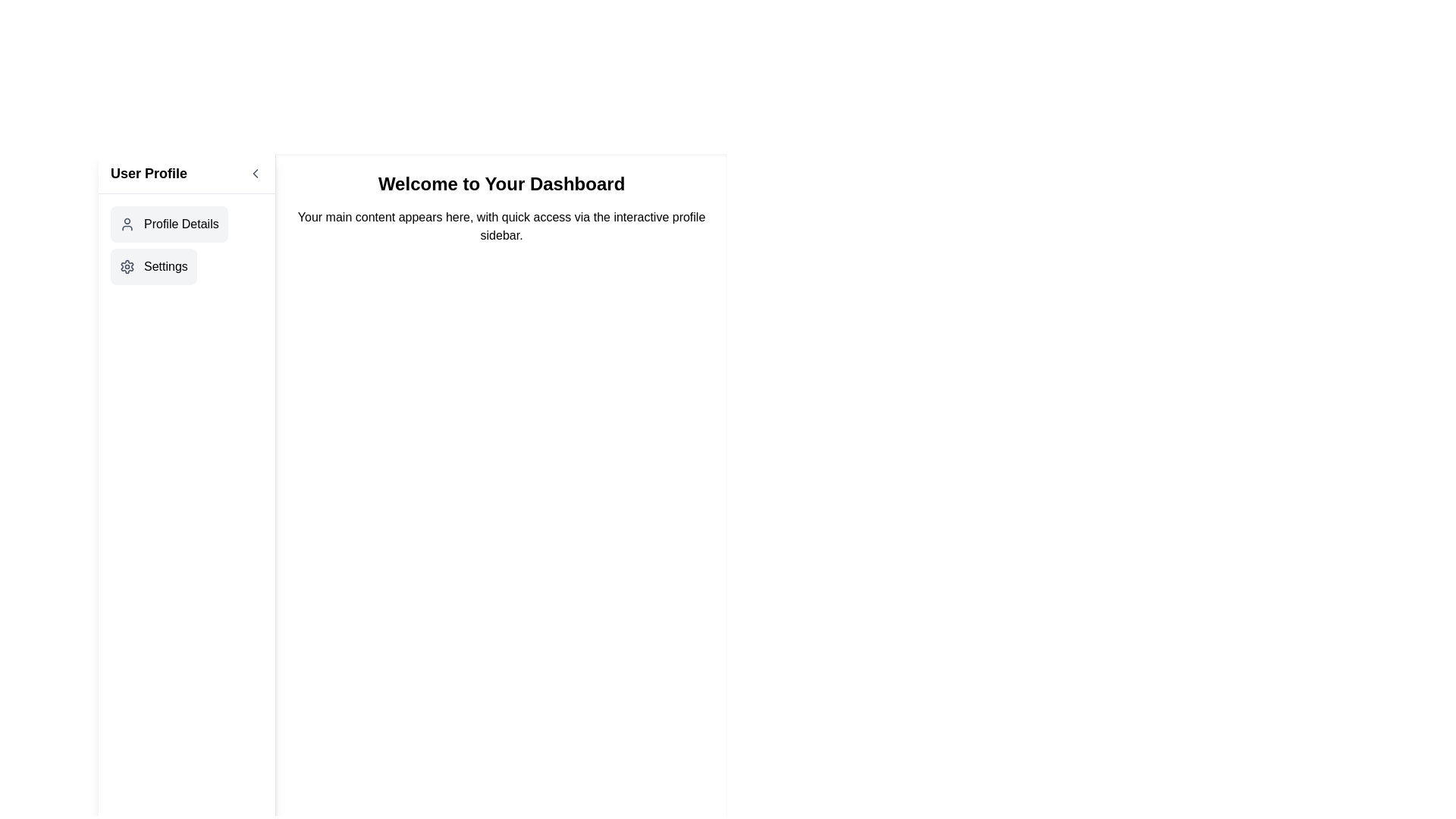  What do you see at coordinates (256, 172) in the screenshot?
I see `the leftward-pointing chevron button located in the header section next to the 'User Profile' text` at bounding box center [256, 172].